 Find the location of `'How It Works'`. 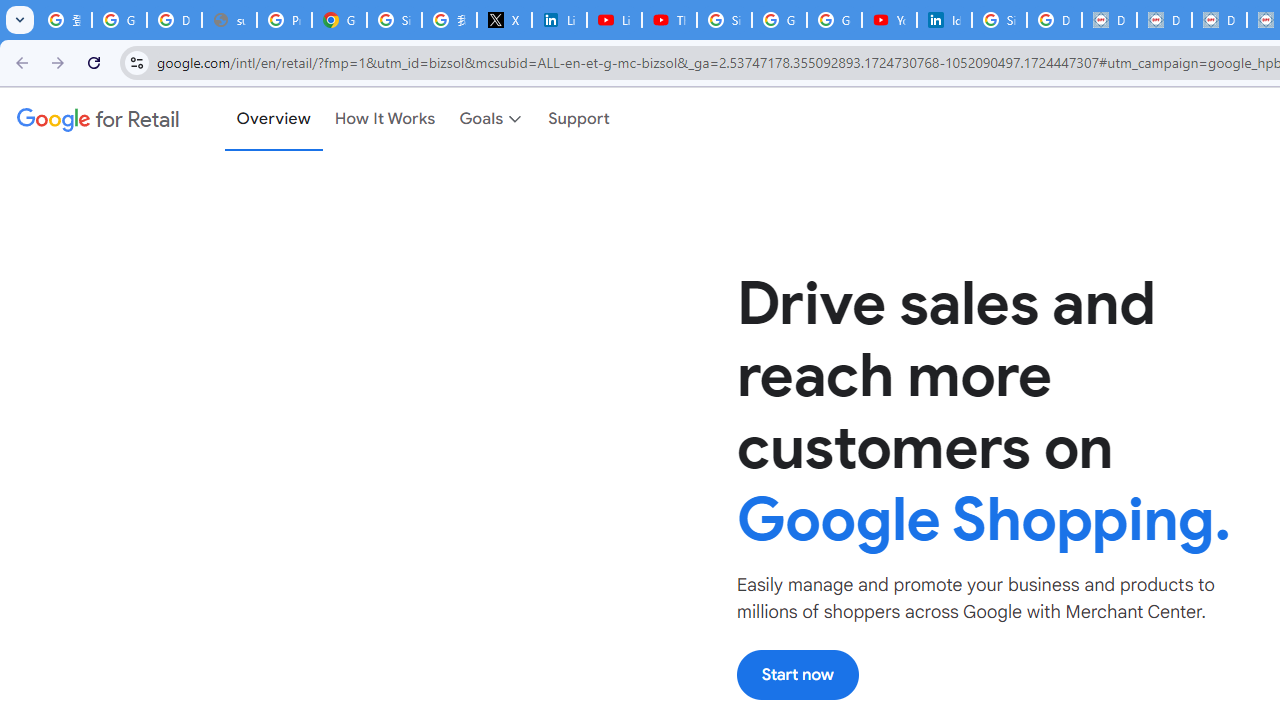

'How It Works' is located at coordinates (385, 119).